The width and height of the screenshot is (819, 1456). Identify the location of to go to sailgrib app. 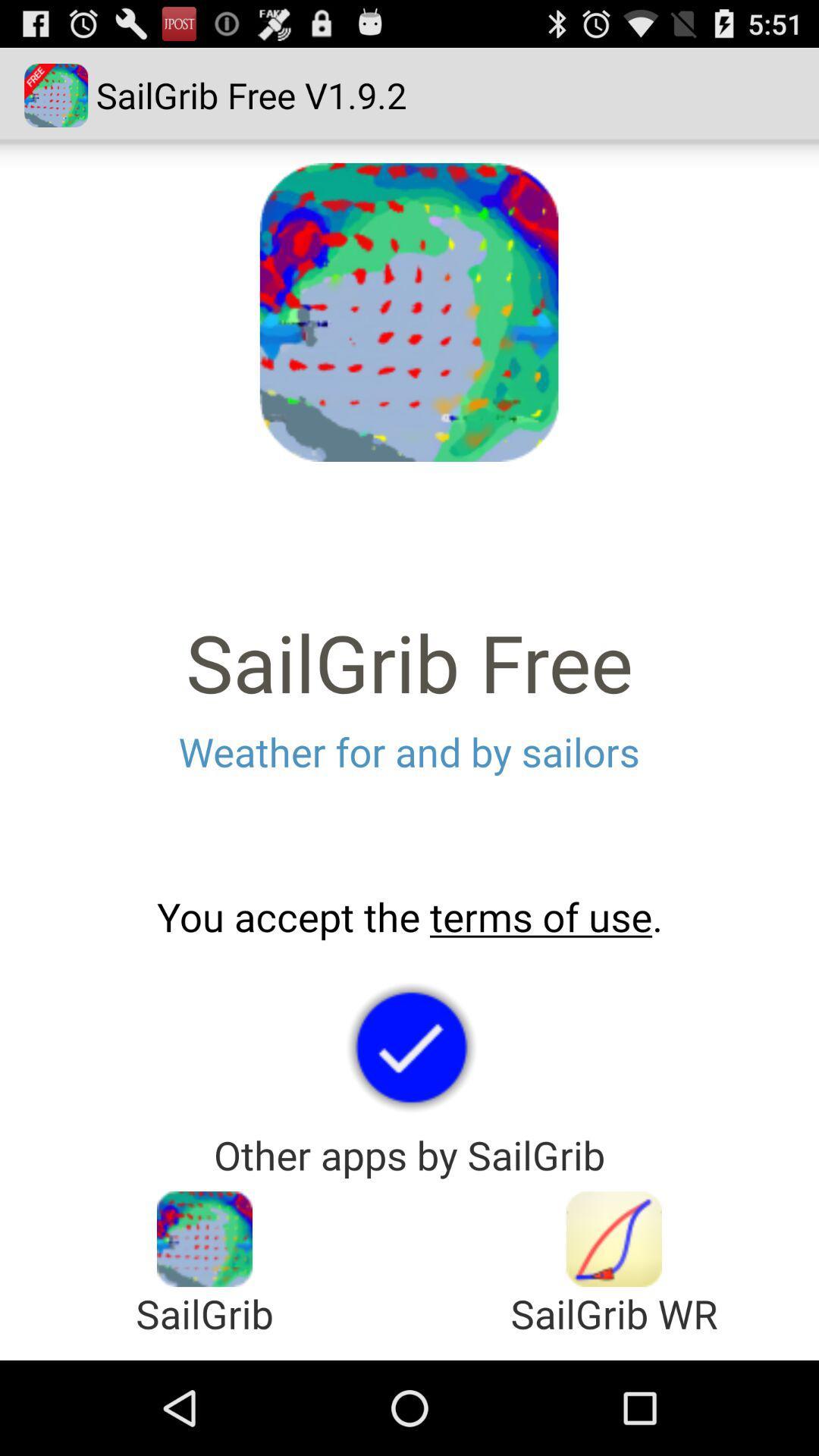
(205, 1239).